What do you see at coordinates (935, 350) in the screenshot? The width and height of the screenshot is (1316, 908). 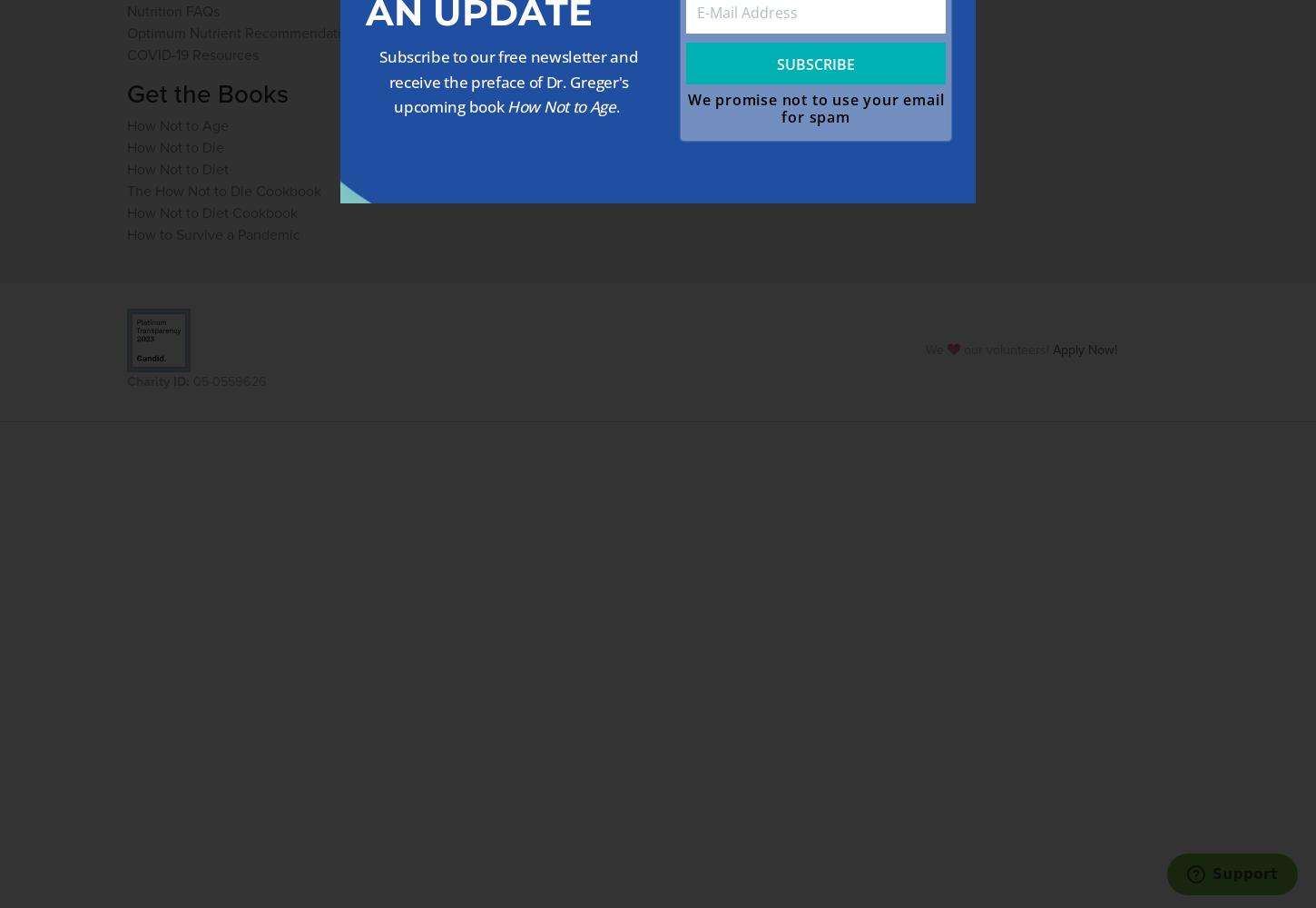 I see `'We'` at bounding box center [935, 350].